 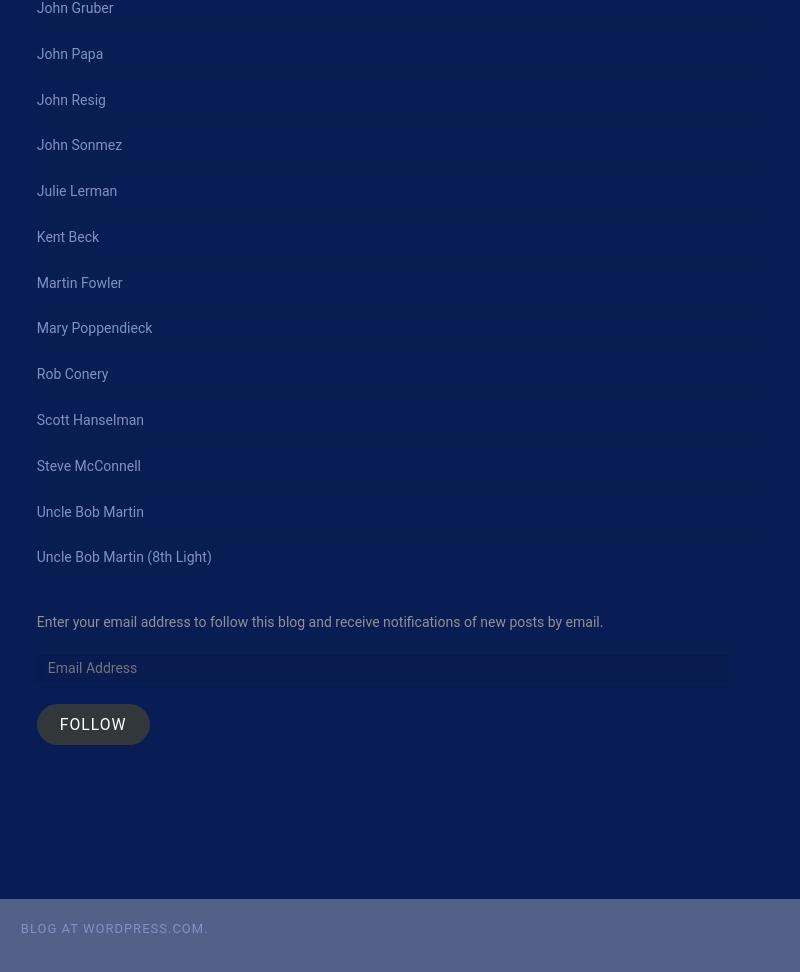 What do you see at coordinates (35, 281) in the screenshot?
I see `'Martin Fowler'` at bounding box center [35, 281].